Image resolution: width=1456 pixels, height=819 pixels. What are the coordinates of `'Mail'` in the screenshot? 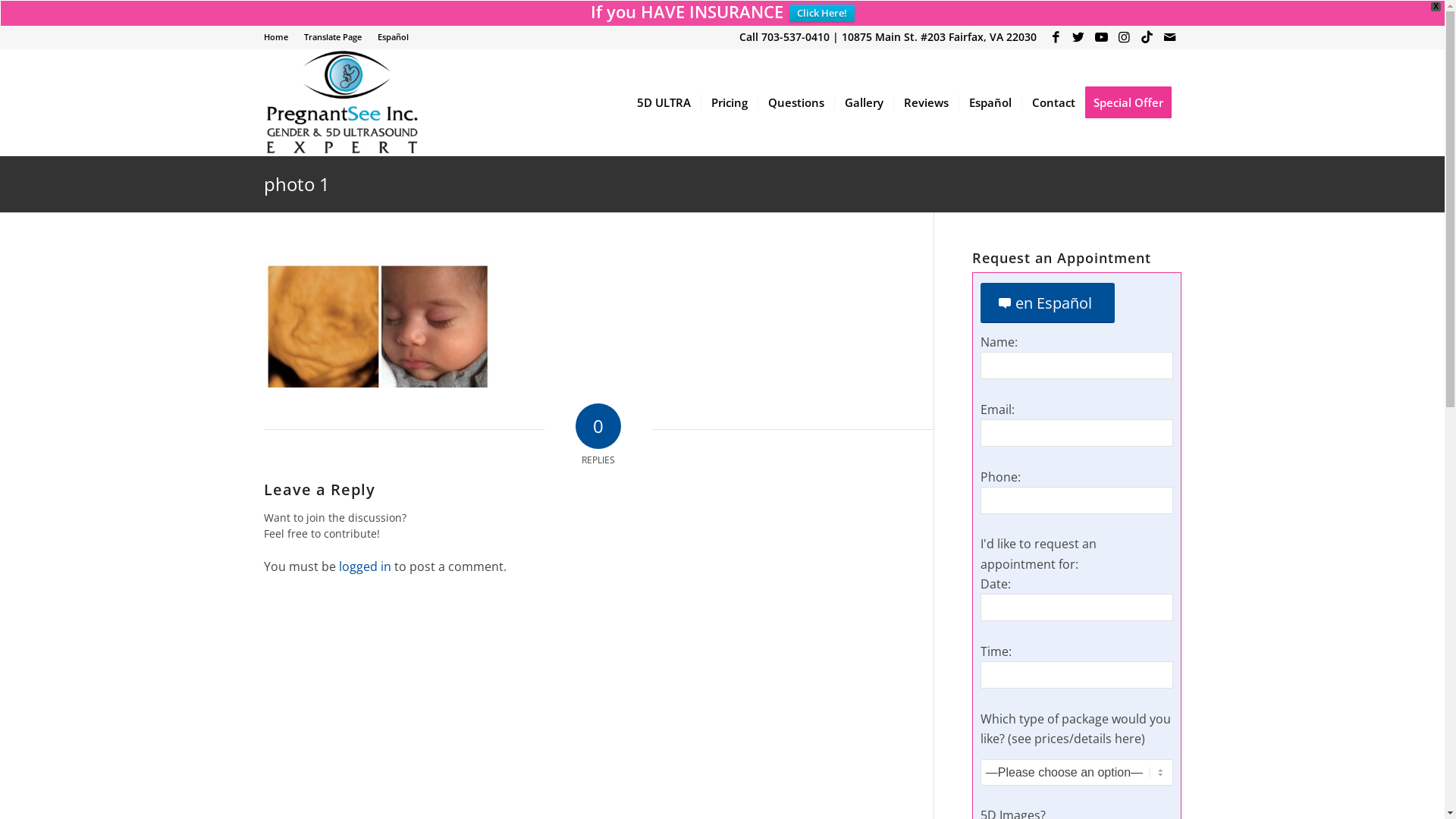 It's located at (1169, 36).